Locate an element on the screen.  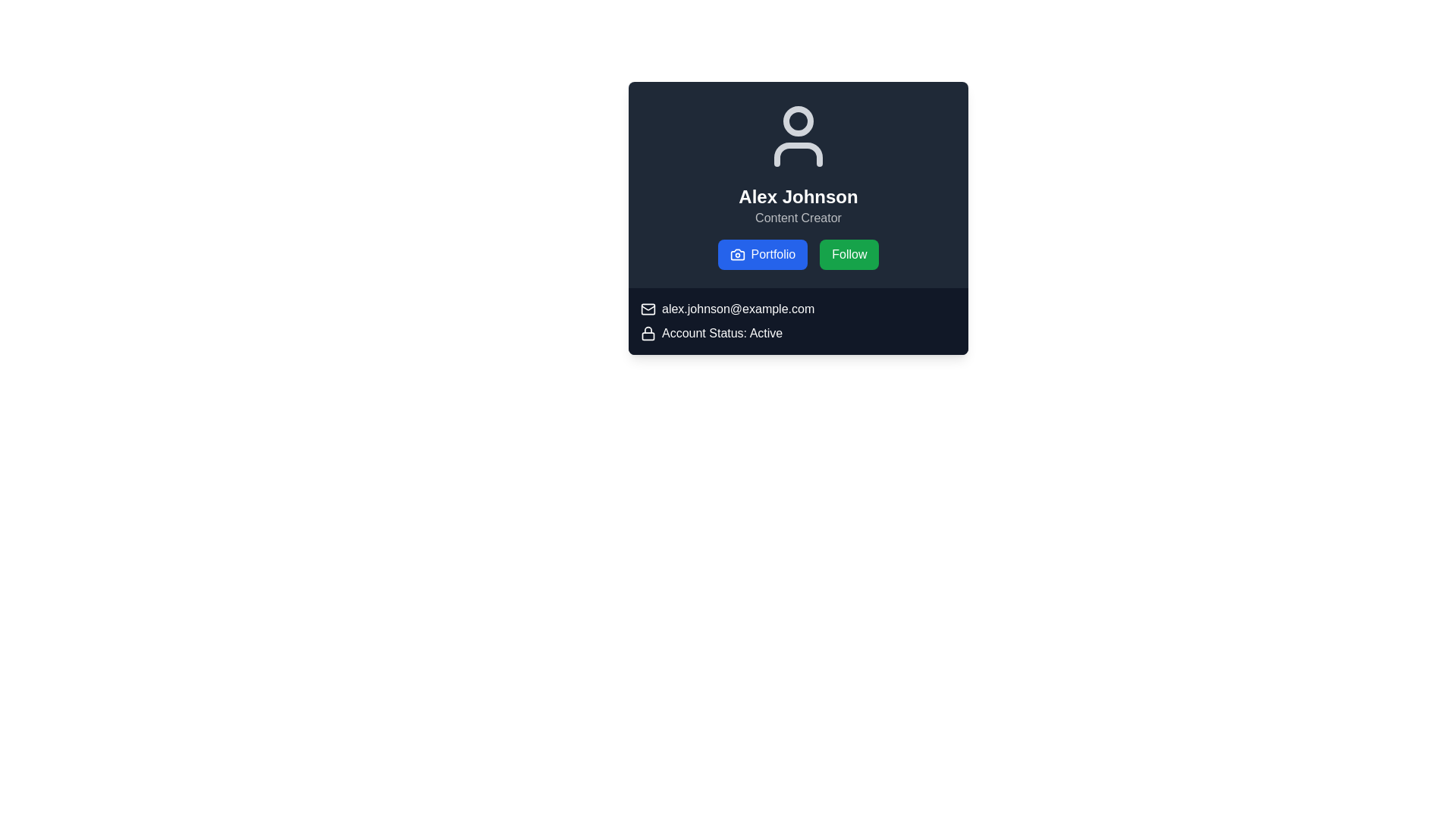
the lock icon that signifies security, located in the bottom-left section of the user card interface, before the 'Account Status: Active' text is located at coordinates (648, 332).